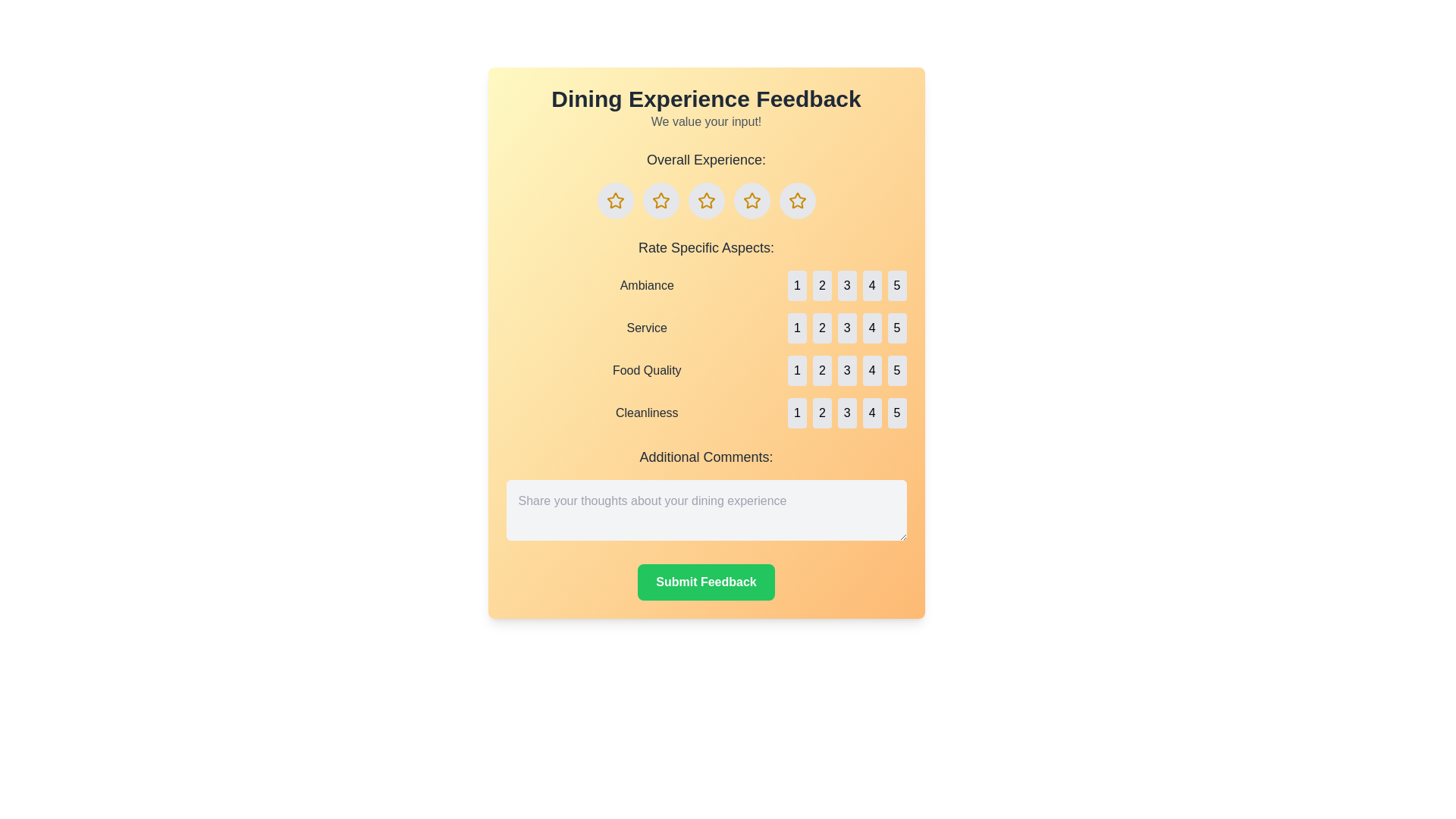 The width and height of the screenshot is (1456, 819). I want to click on the rounded rectangular button labeled '1', which has a gray background and changes to yellow when hovered over, so click(796, 413).